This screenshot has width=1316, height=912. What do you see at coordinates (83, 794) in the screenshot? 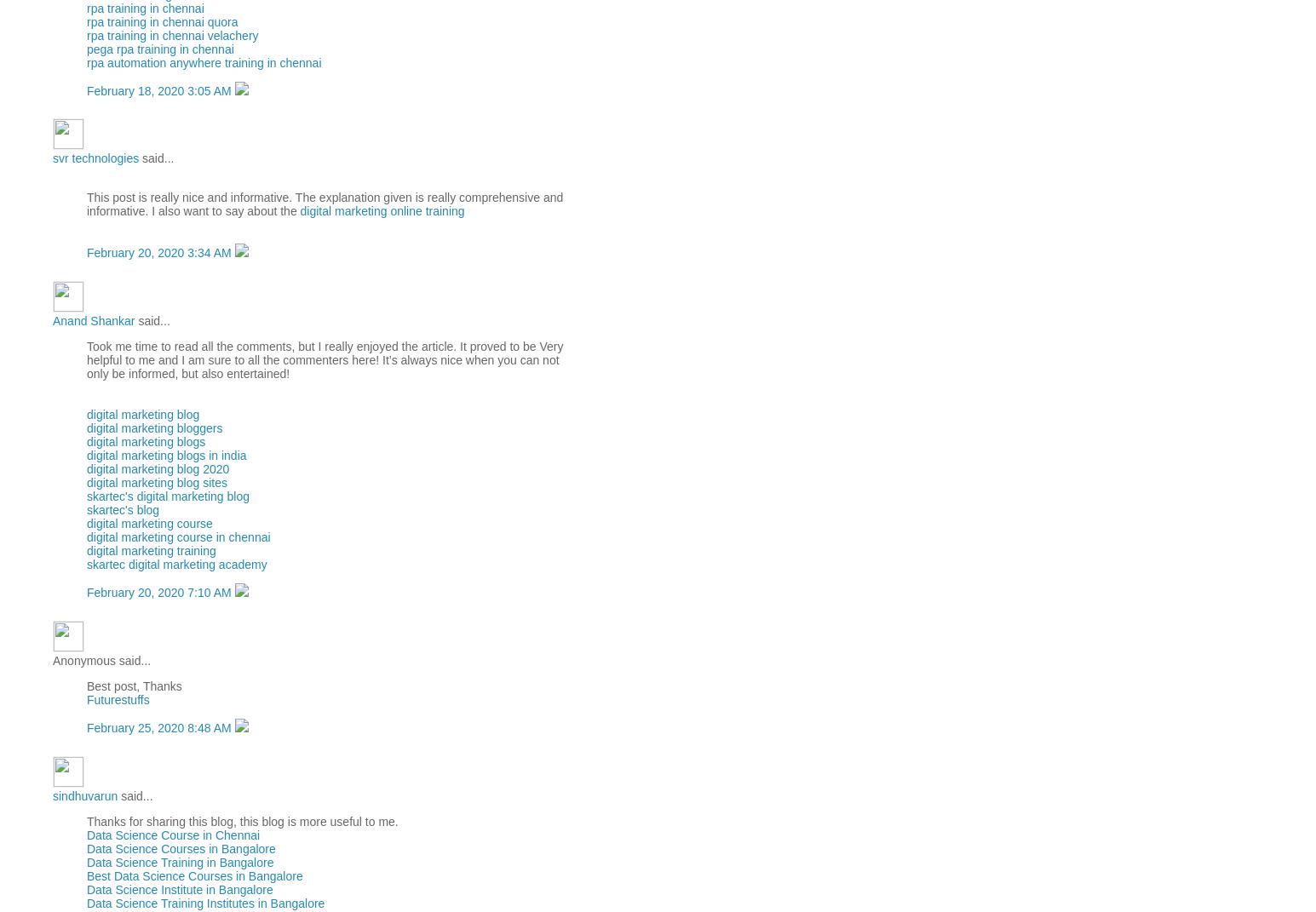
I see `'sindhuvarun'` at bounding box center [83, 794].